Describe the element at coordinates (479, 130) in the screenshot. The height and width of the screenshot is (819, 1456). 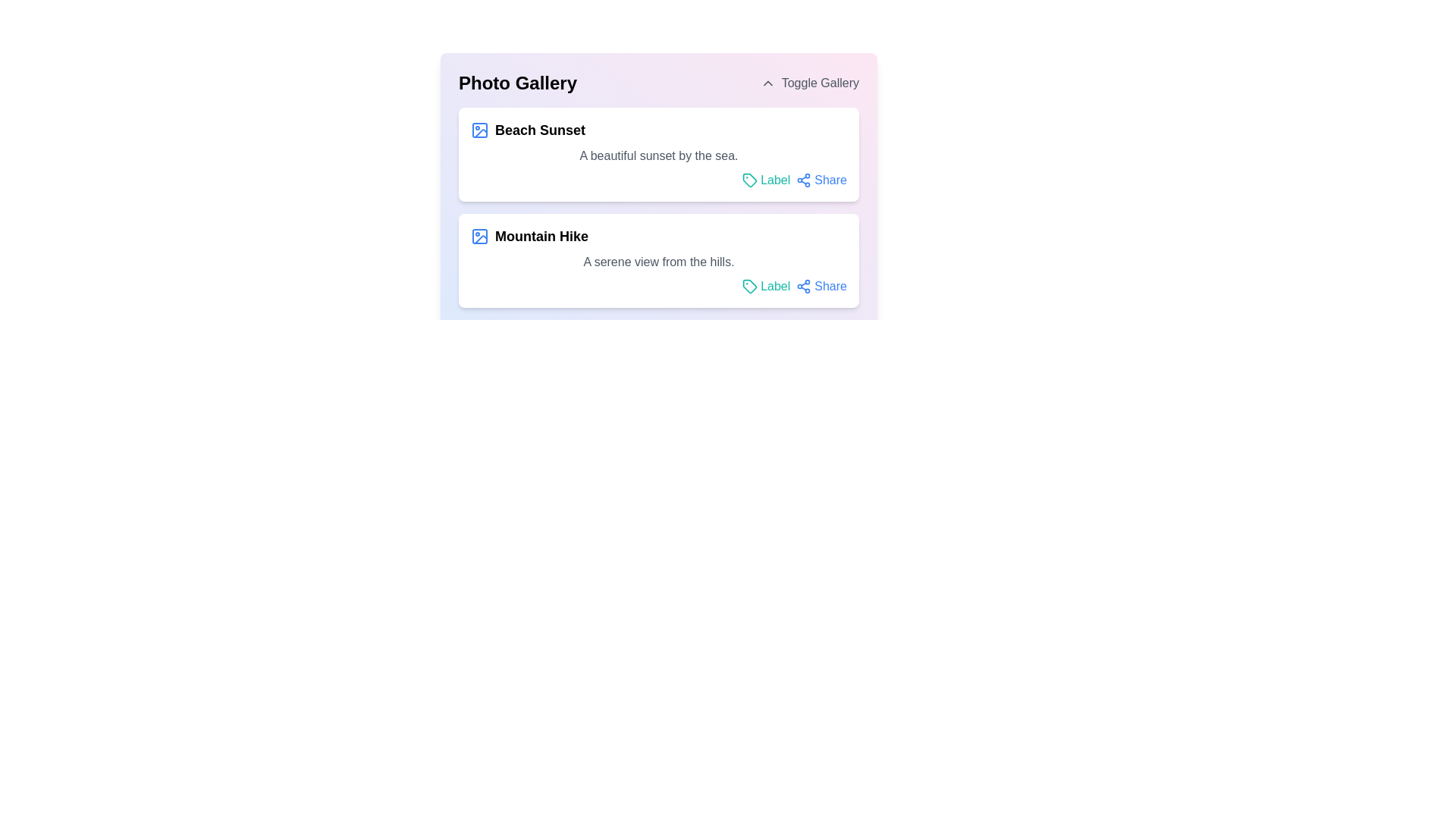
I see `the leading icon of the first item in the 'Photo Gallery' list` at that location.